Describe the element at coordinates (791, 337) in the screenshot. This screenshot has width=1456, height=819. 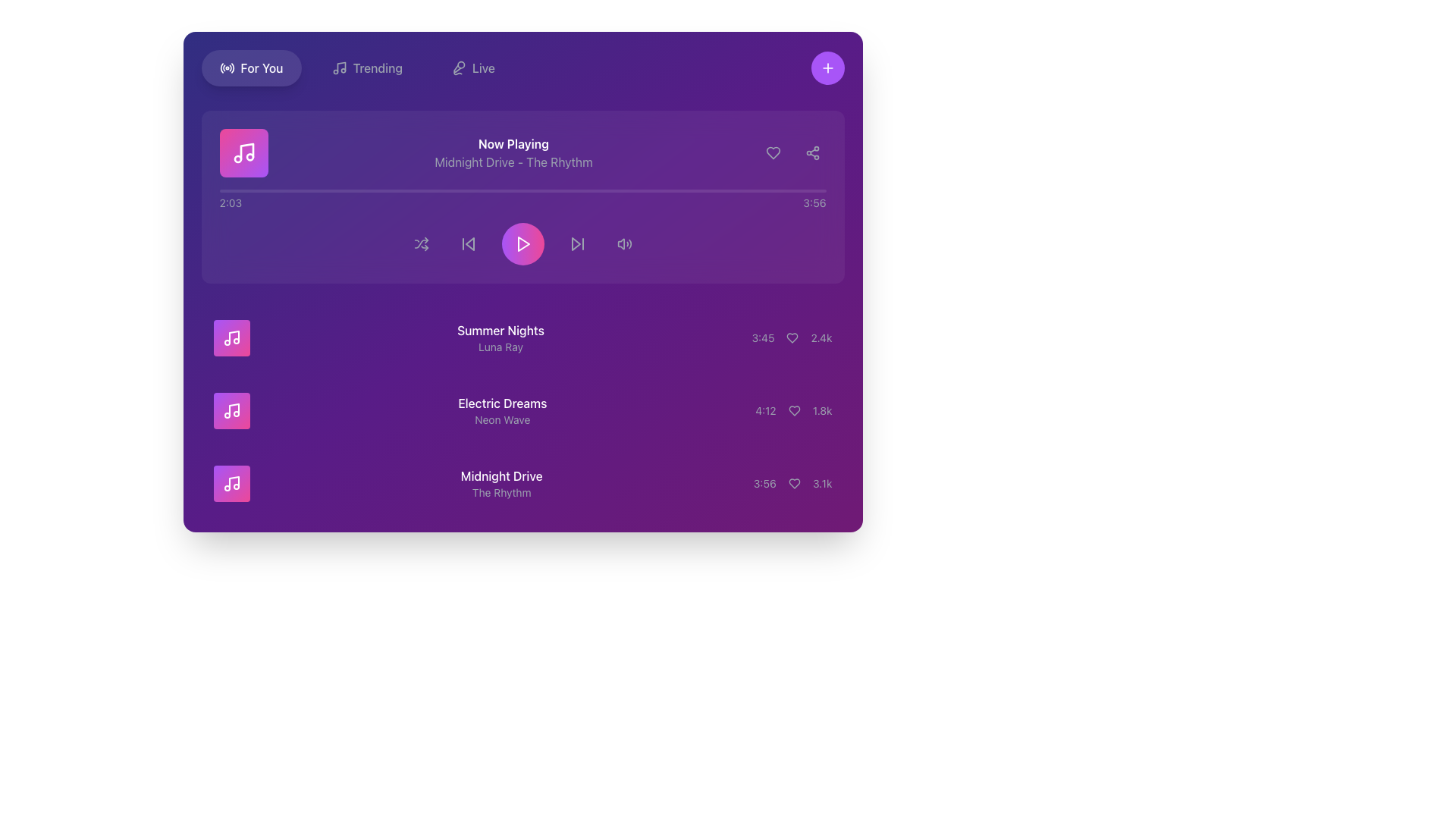
I see `the heart icon in the lower-right corner of the song information card to like the song 'Summer Nights' by Luna Ray` at that location.